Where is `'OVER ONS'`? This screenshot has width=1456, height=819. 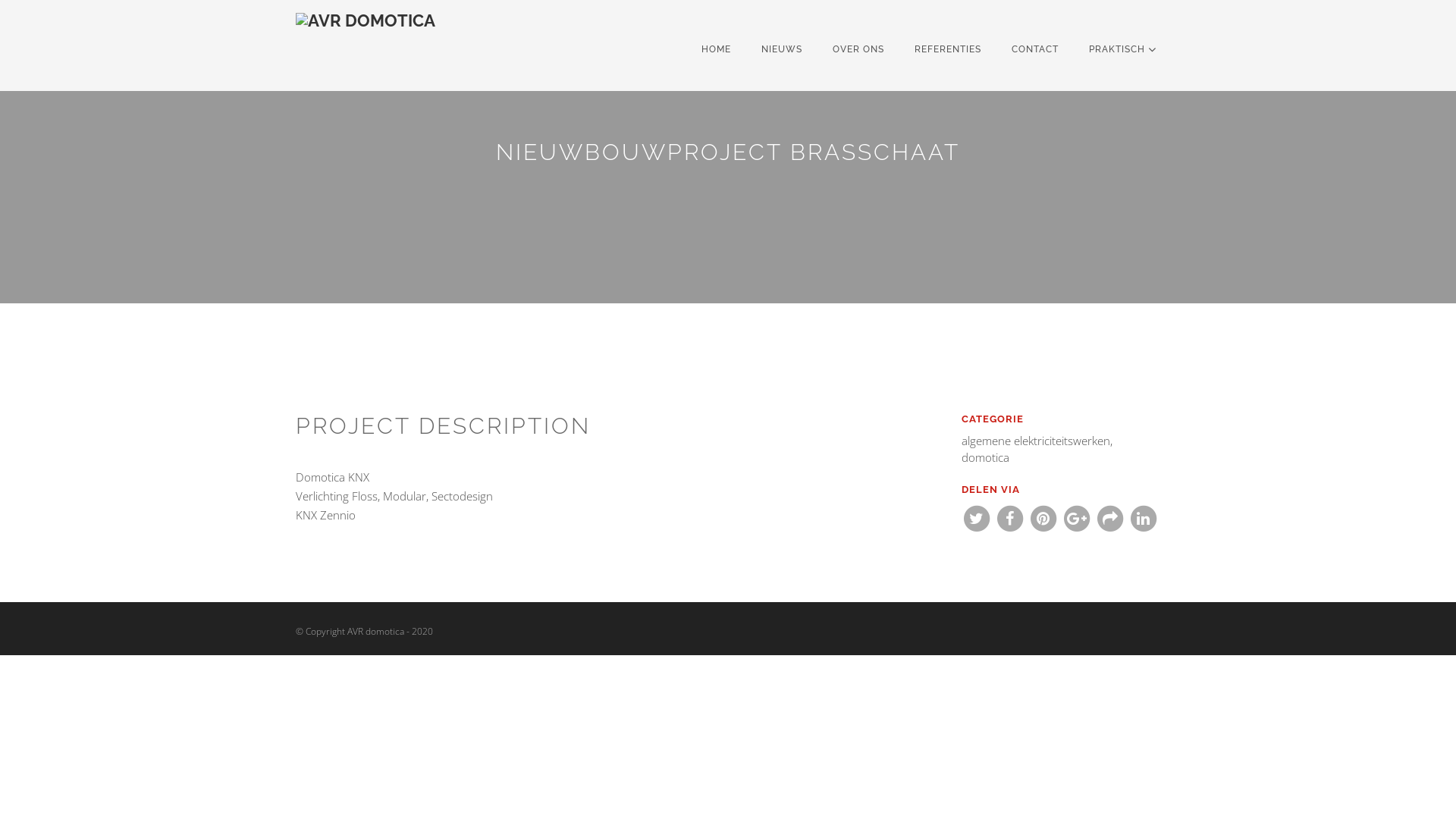
'OVER ONS' is located at coordinates (858, 49).